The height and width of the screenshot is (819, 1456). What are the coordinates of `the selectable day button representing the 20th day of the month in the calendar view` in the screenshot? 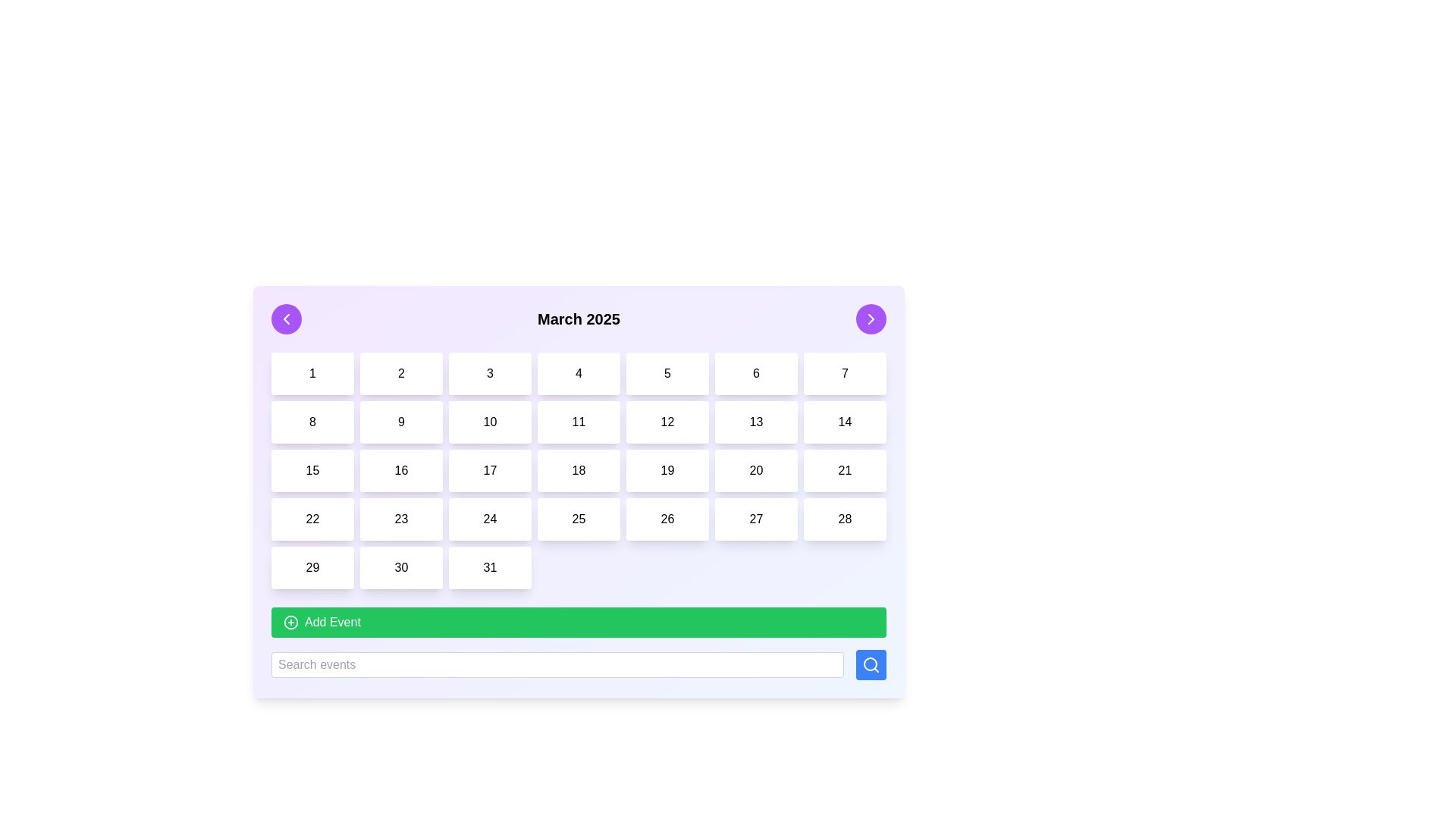 It's located at (756, 470).